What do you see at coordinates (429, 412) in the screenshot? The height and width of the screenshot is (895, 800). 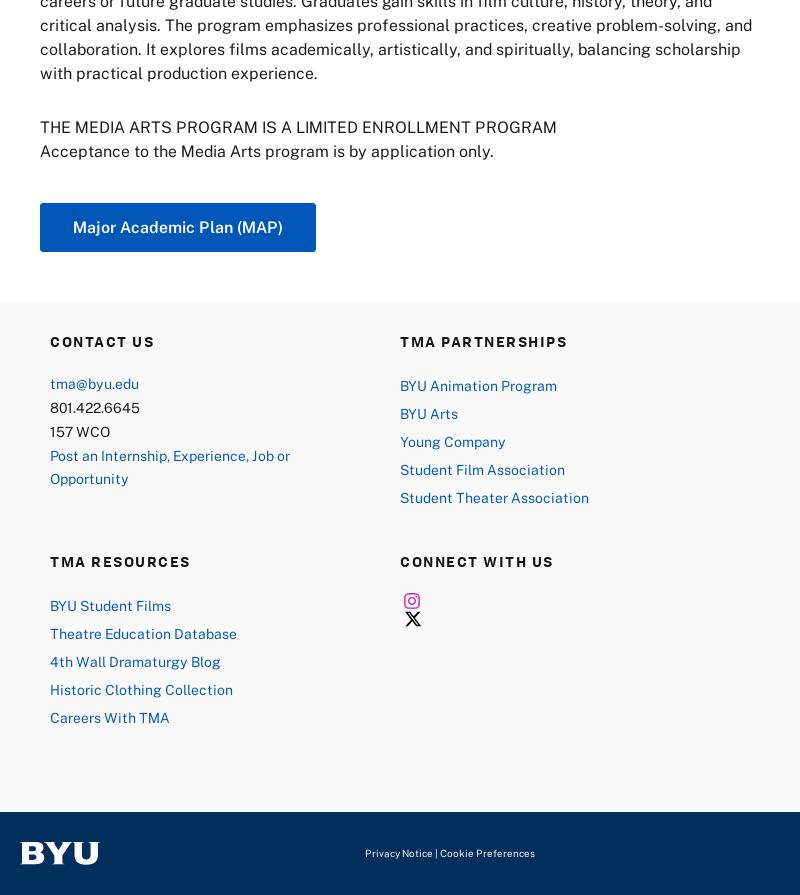 I see `'BYU Arts'` at bounding box center [429, 412].